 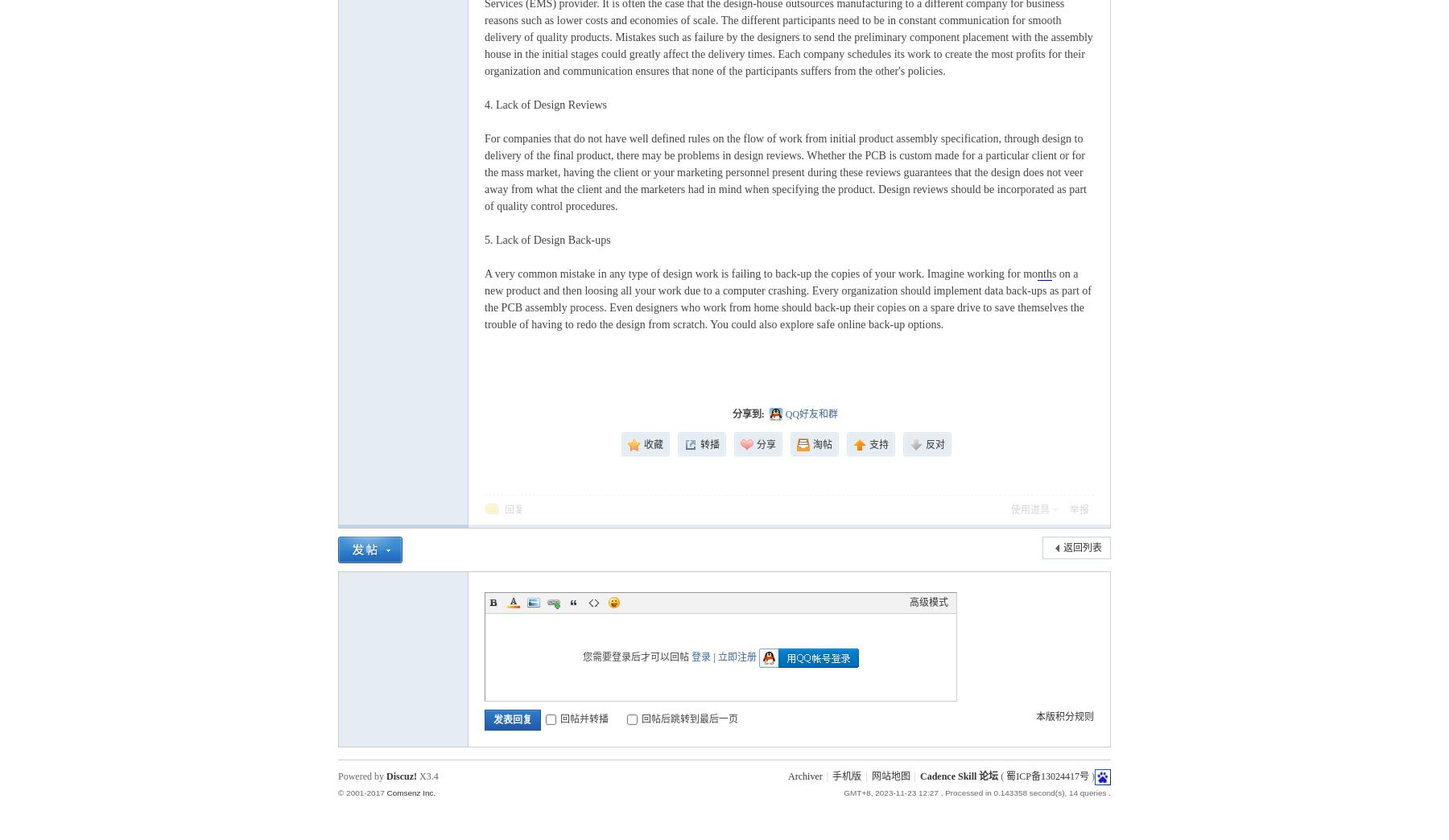 I want to click on 'Discuz!', so click(x=400, y=775).